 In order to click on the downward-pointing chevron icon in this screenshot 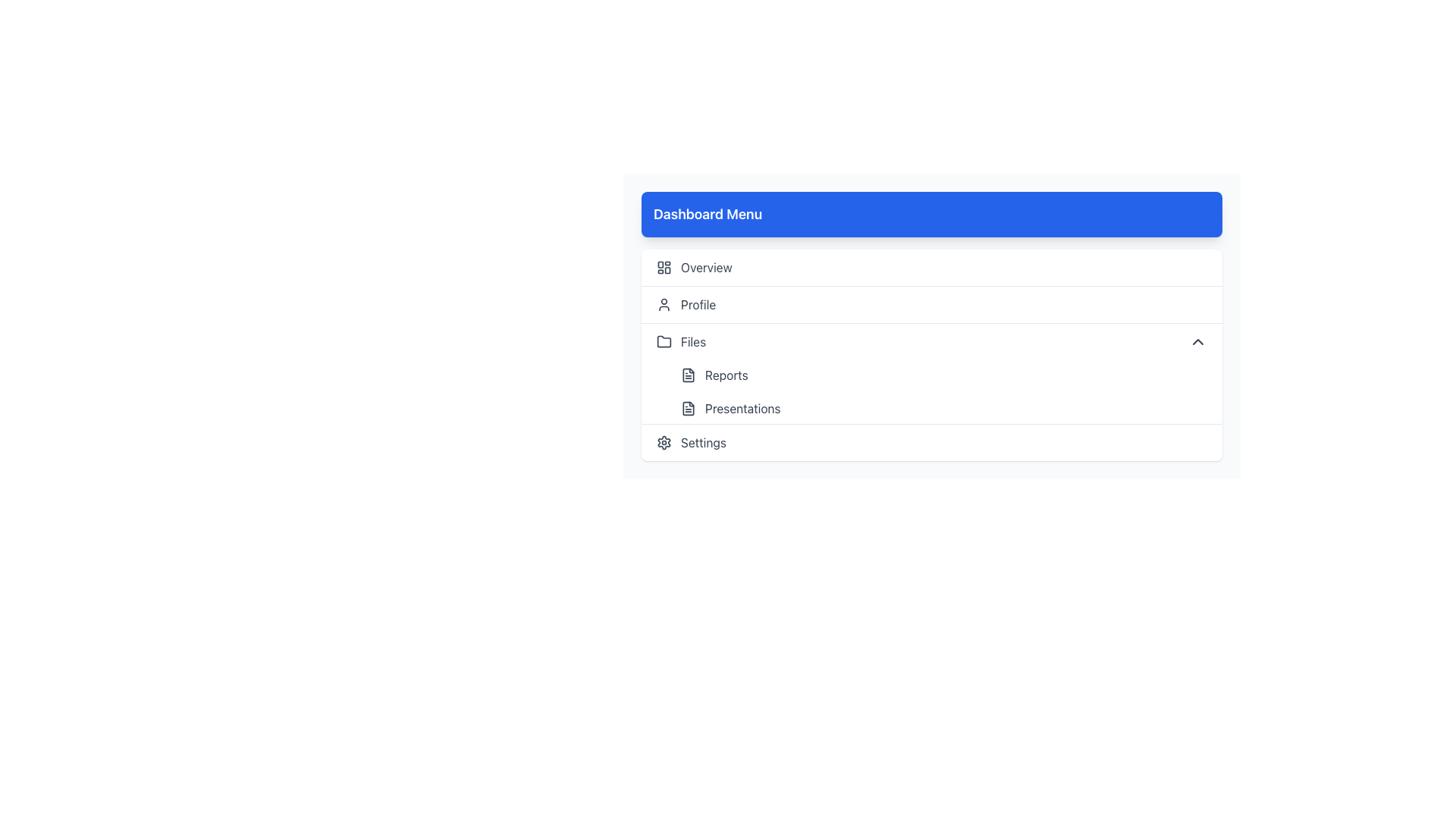, I will do `click(1197, 342)`.